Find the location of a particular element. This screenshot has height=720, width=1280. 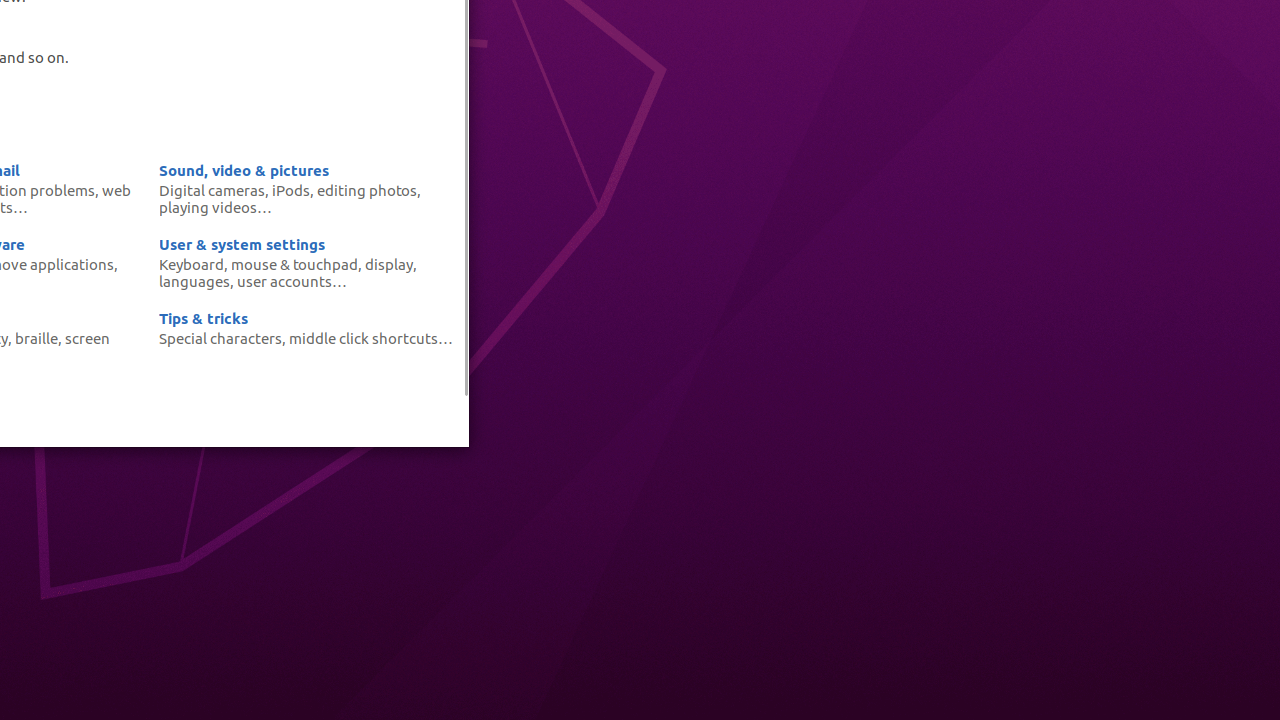

'user accounts' is located at coordinates (283, 281).